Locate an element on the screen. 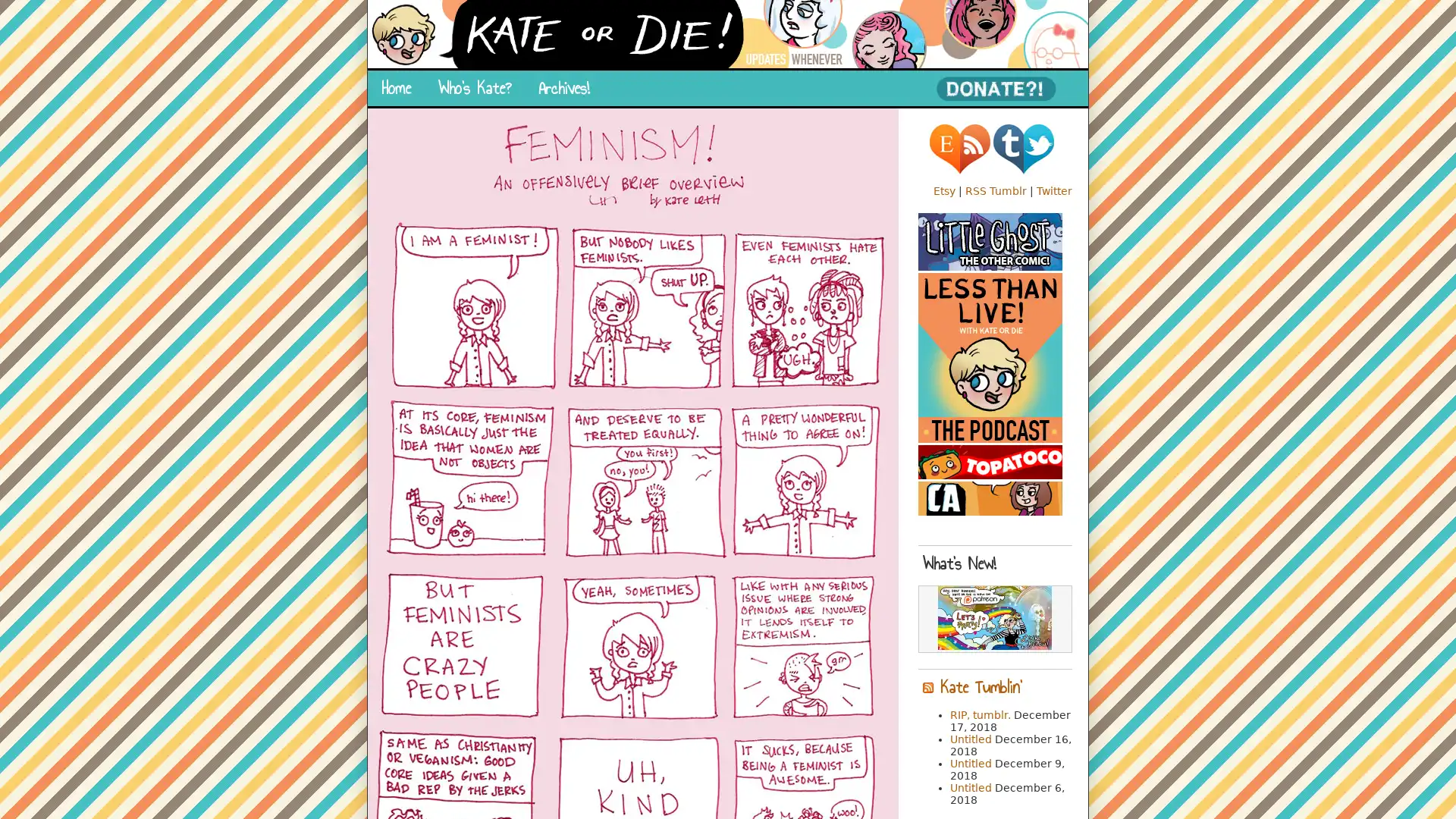 The height and width of the screenshot is (819, 1456). PayPal - The safer, easier way to pay online! is located at coordinates (995, 89).